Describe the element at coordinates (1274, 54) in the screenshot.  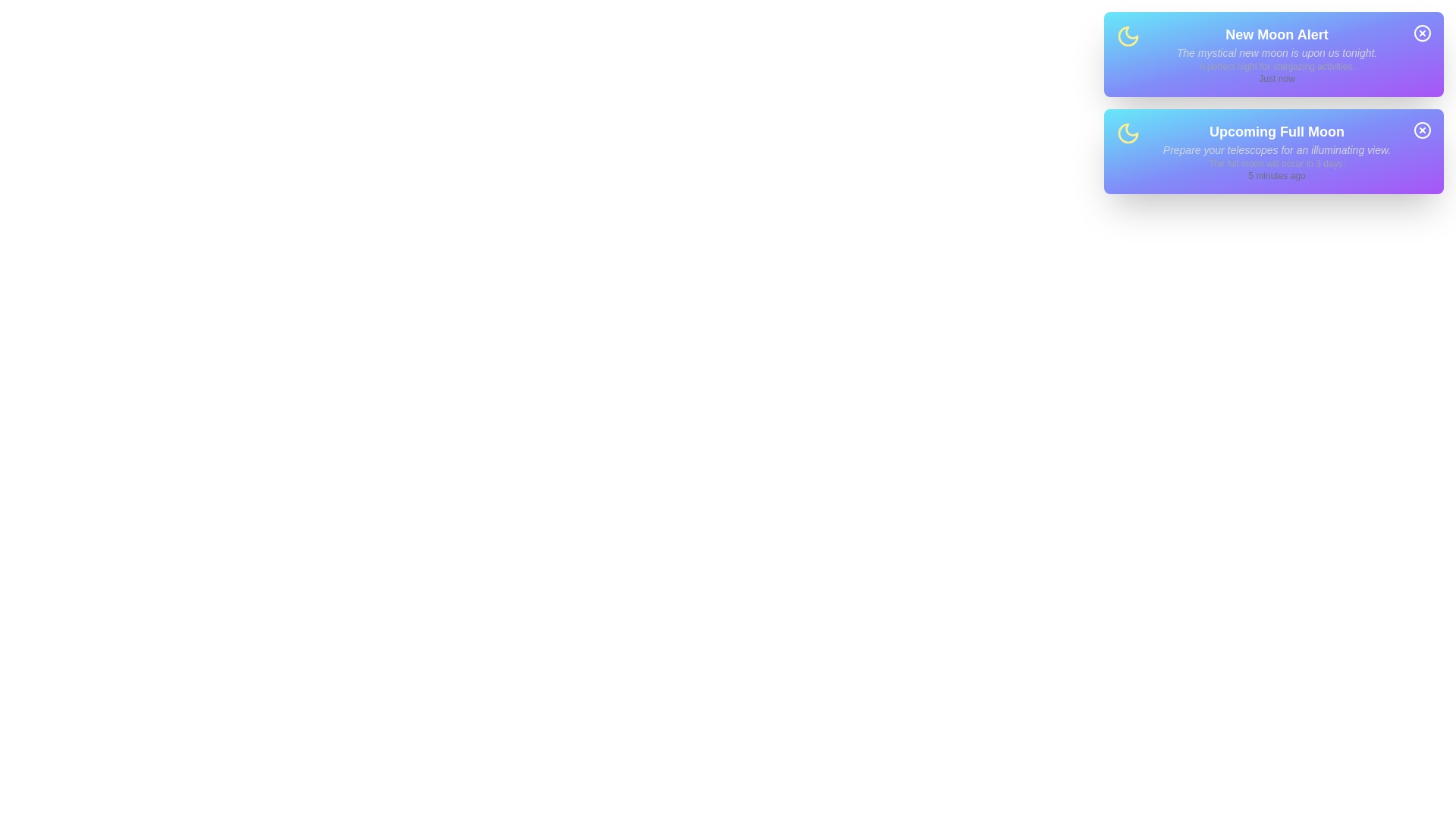
I see `the 'New Moon Alert' notification to focus on its details` at that location.